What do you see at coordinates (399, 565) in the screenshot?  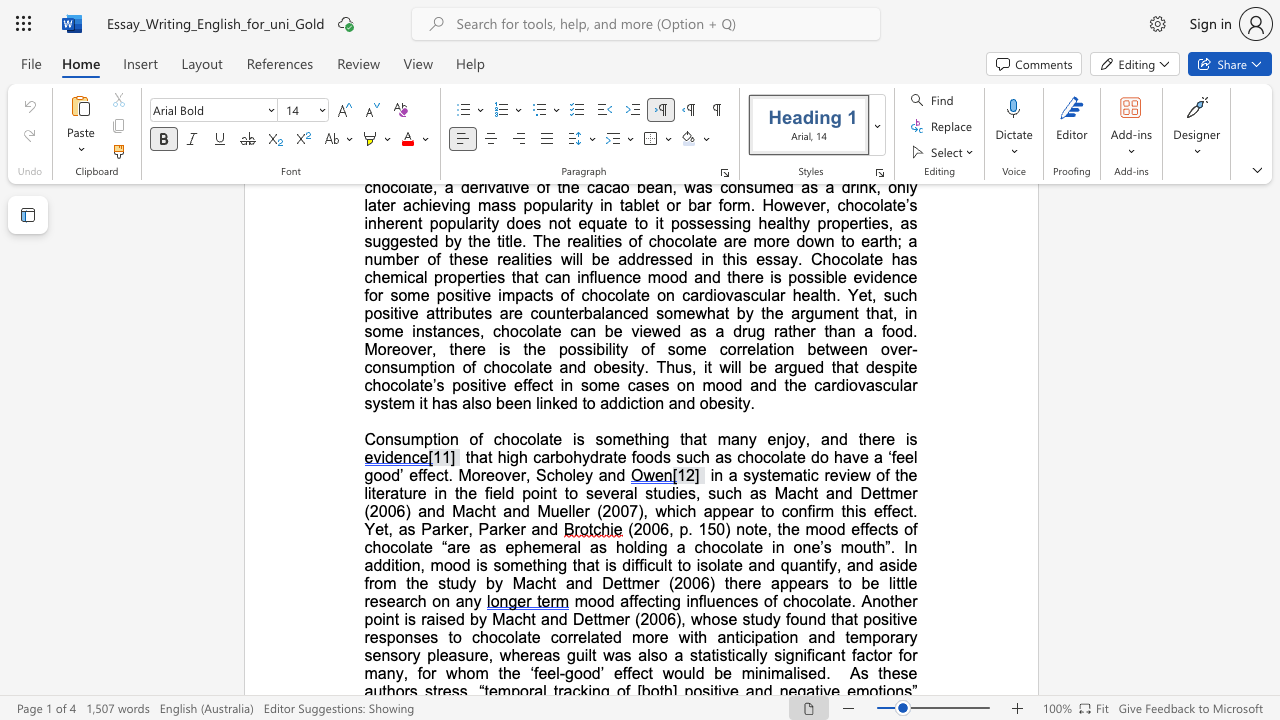 I see `the subset text "ion, mood is something that is difficult to isolate and quantify, and aside from the study by Macht and Dettmer (2006) there appears to be l" within the text "(2006, p. 150) note, the mood effects of chocolate “are as ephemeral as holding a chocolate in one’s mouth”. In addition, mood is something that is difficult to isolate and quantify, and aside from the study by Macht and Dettmer (2006) there appears to be little research on any"` at bounding box center [399, 565].